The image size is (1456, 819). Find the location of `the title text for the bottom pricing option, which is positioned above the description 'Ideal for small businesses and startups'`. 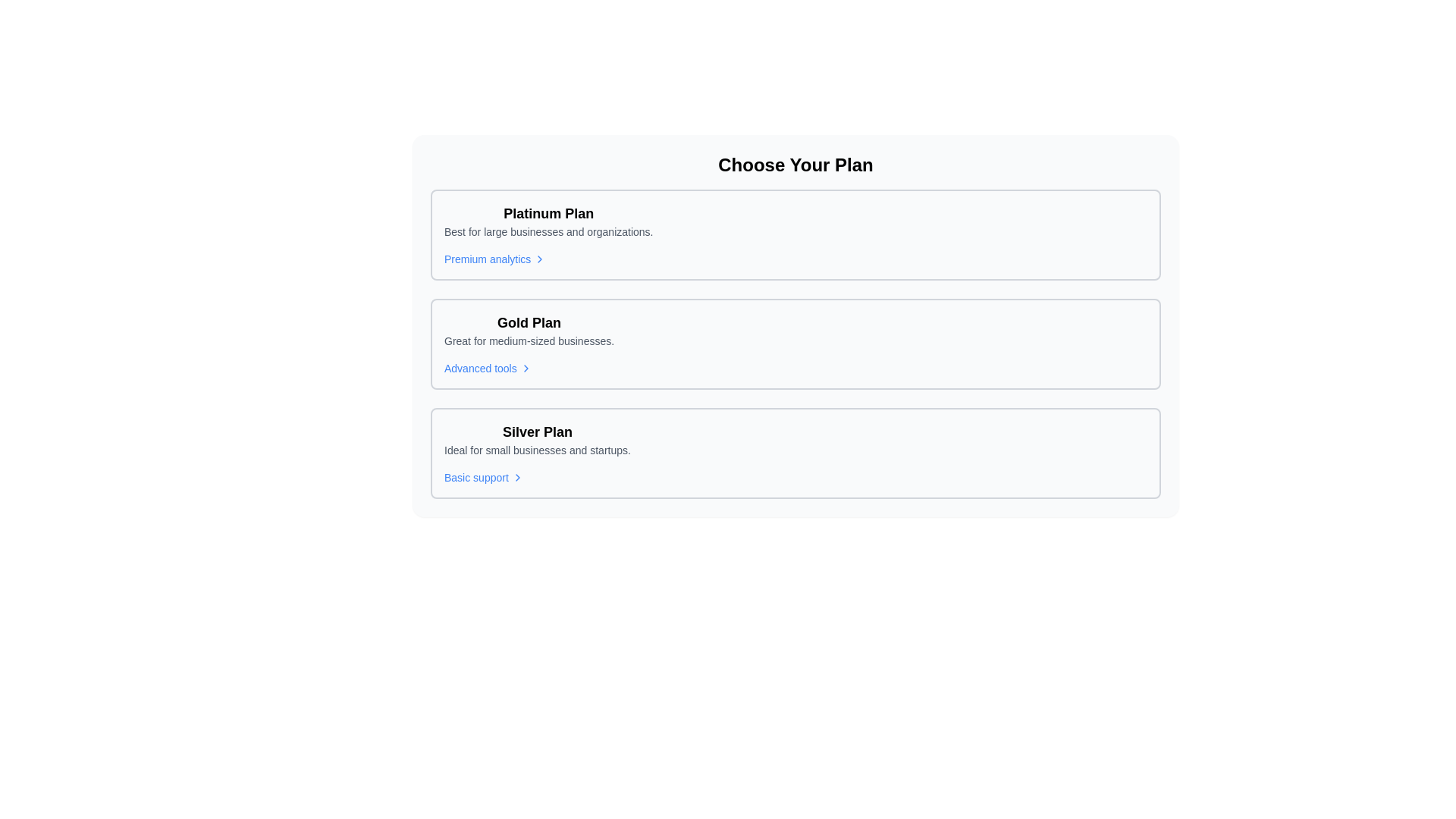

the title text for the bottom pricing option, which is positioned above the description 'Ideal for small businesses and startups' is located at coordinates (537, 432).